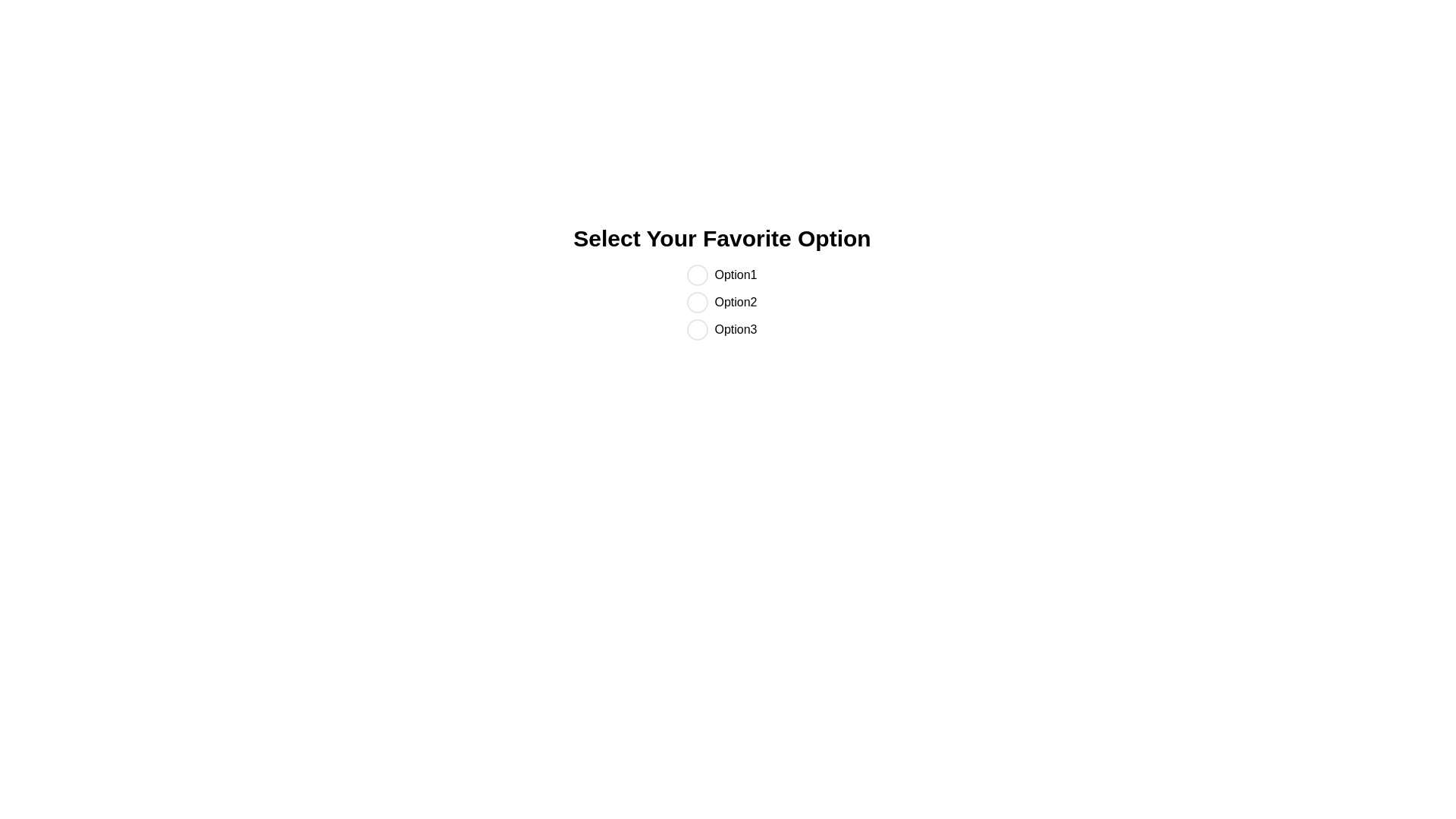 Image resolution: width=1456 pixels, height=819 pixels. I want to click on the Text Label that serves as a descriptive header for the section, positioned centrally at the top above the list of options, so click(721, 239).